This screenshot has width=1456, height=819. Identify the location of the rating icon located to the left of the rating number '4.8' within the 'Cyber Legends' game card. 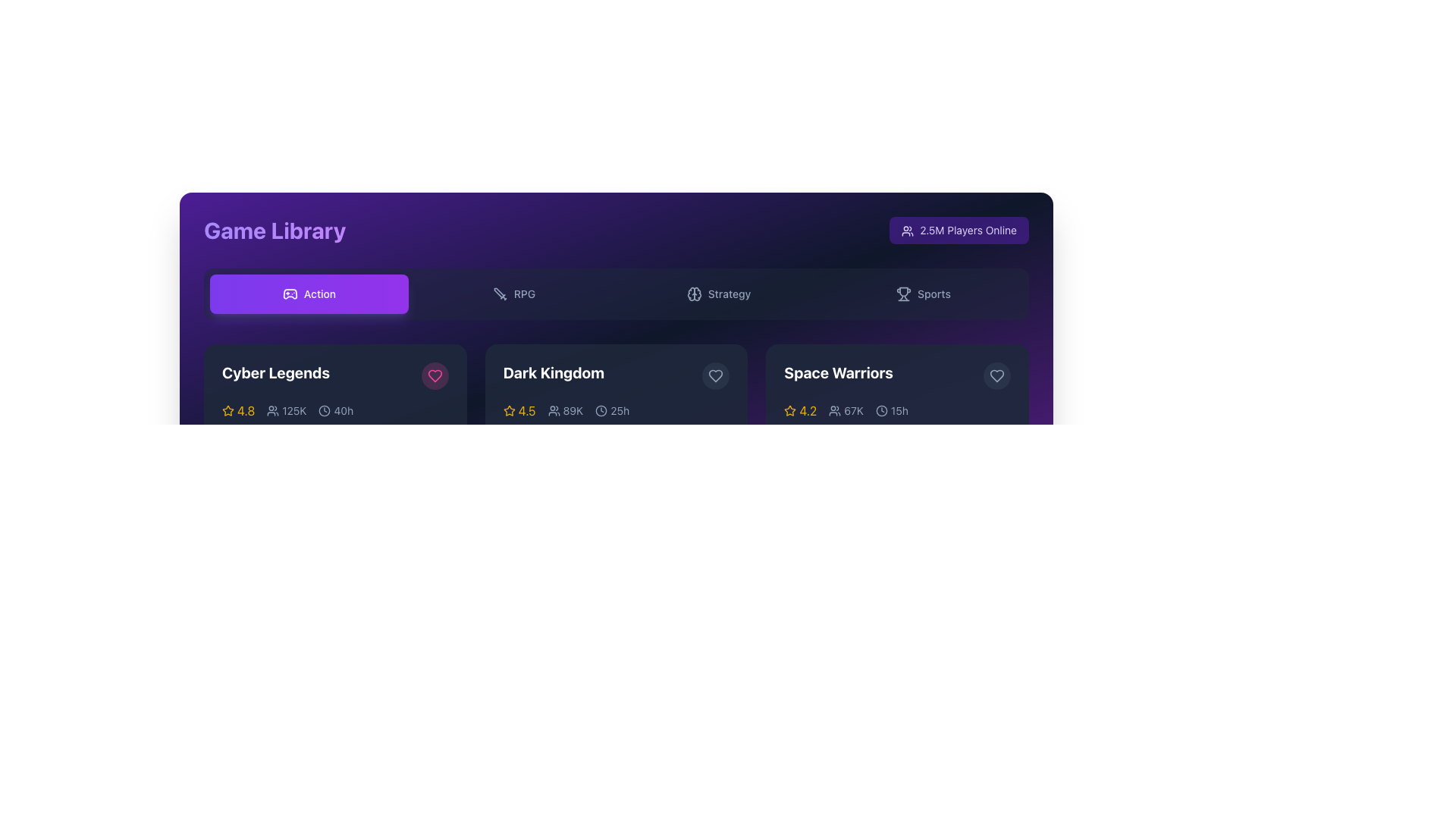
(227, 410).